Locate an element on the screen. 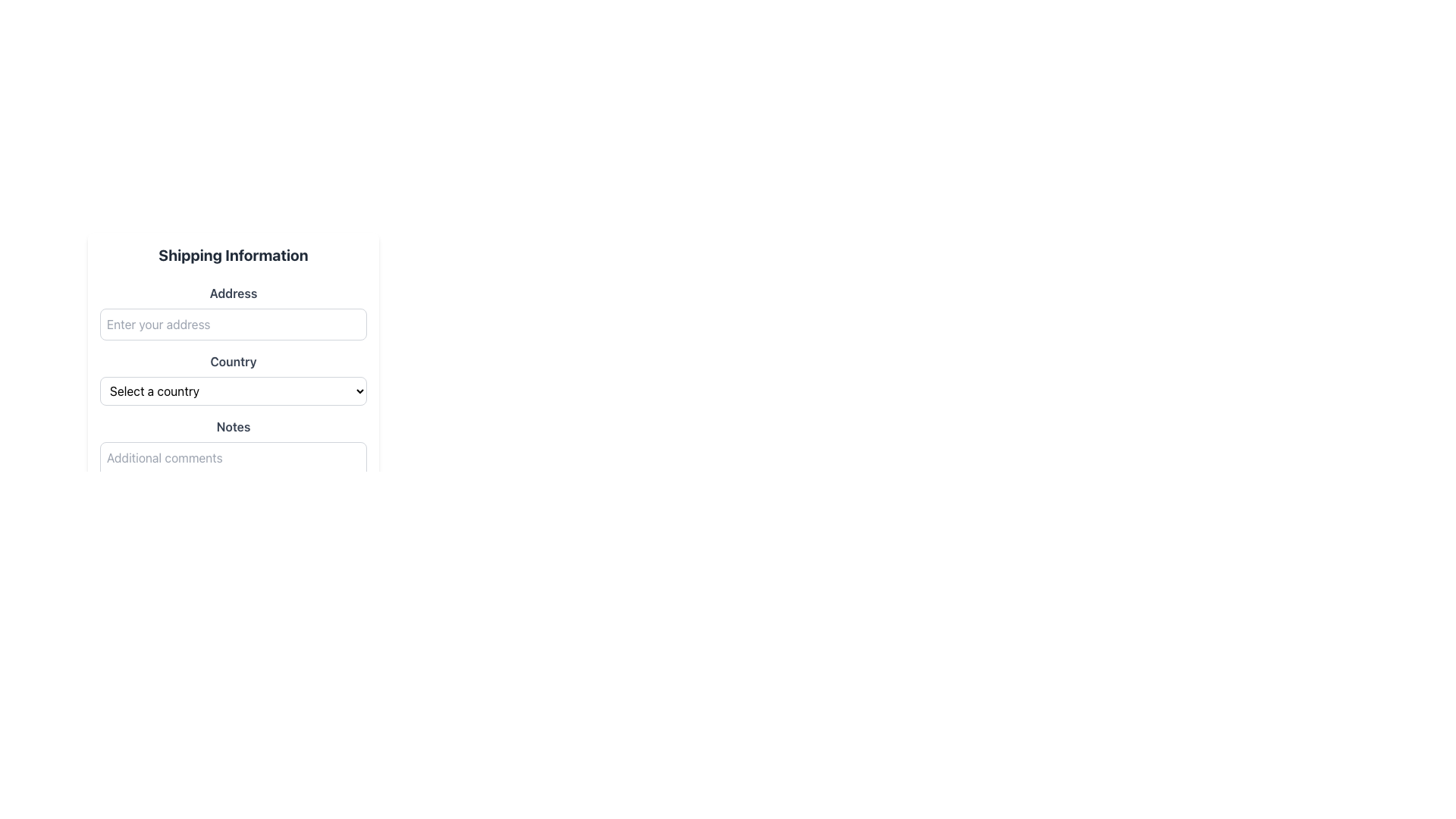 This screenshot has width=1456, height=819. the Text label that serves as a context for the input field for 'Additional comments', positioned above it and below the 'Country' dropdown is located at coordinates (232, 427).